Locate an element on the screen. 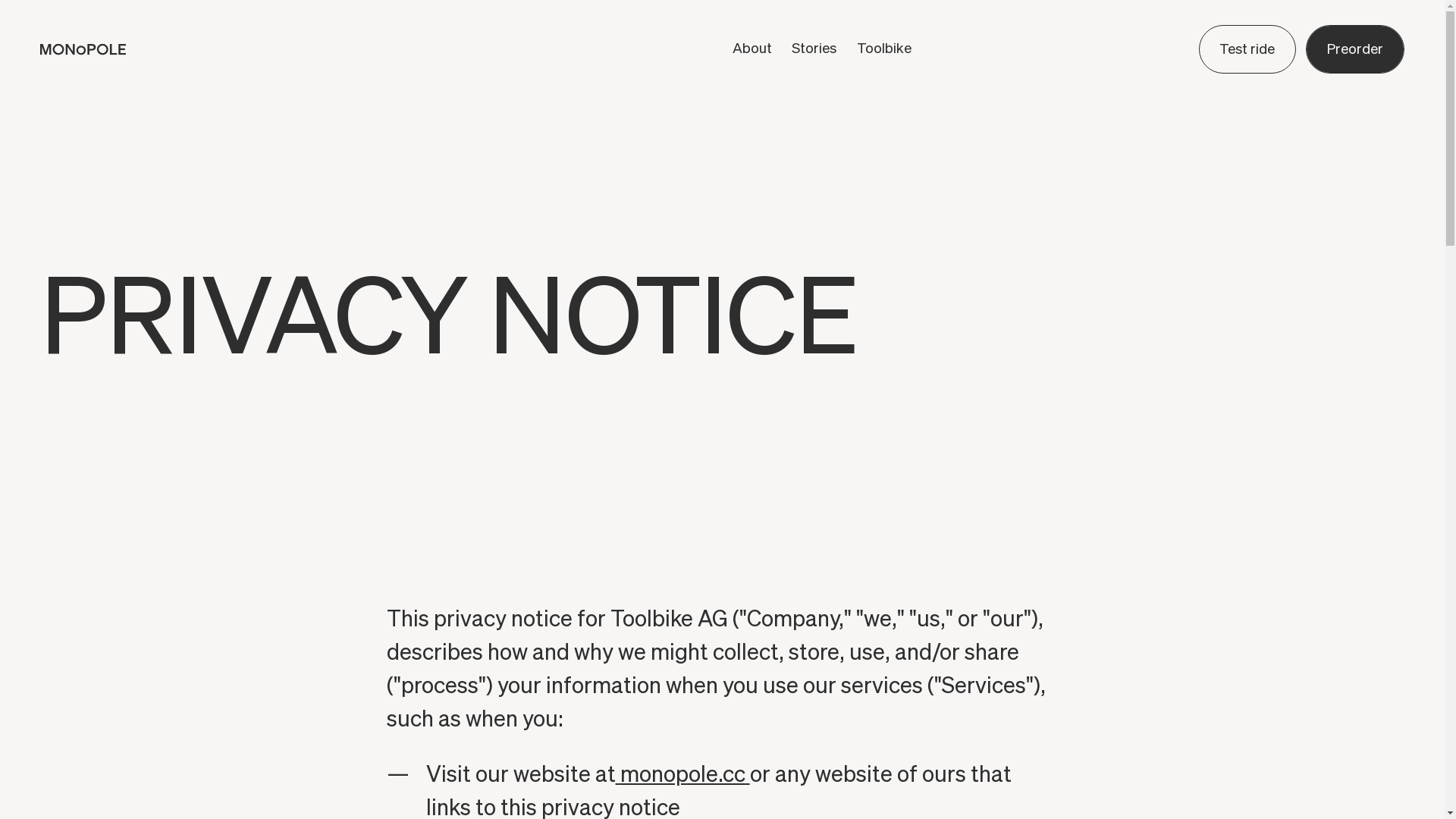 The image size is (1456, 819). 'monopole.cc' is located at coordinates (682, 775).